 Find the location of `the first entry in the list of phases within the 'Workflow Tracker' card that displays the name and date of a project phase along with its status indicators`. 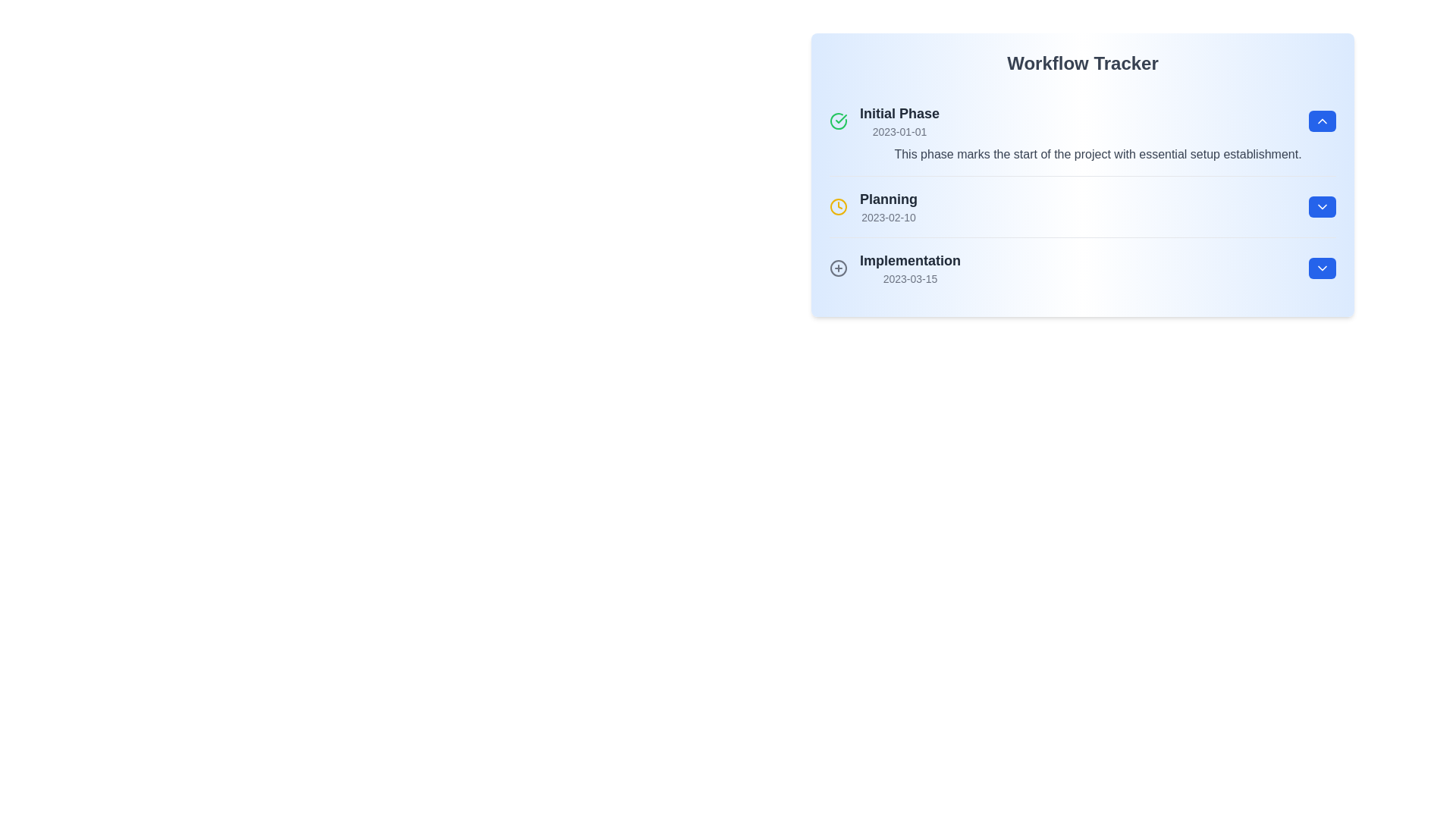

the first entry in the list of phases within the 'Workflow Tracker' card that displays the name and date of a project phase along with its status indicators is located at coordinates (1082, 120).